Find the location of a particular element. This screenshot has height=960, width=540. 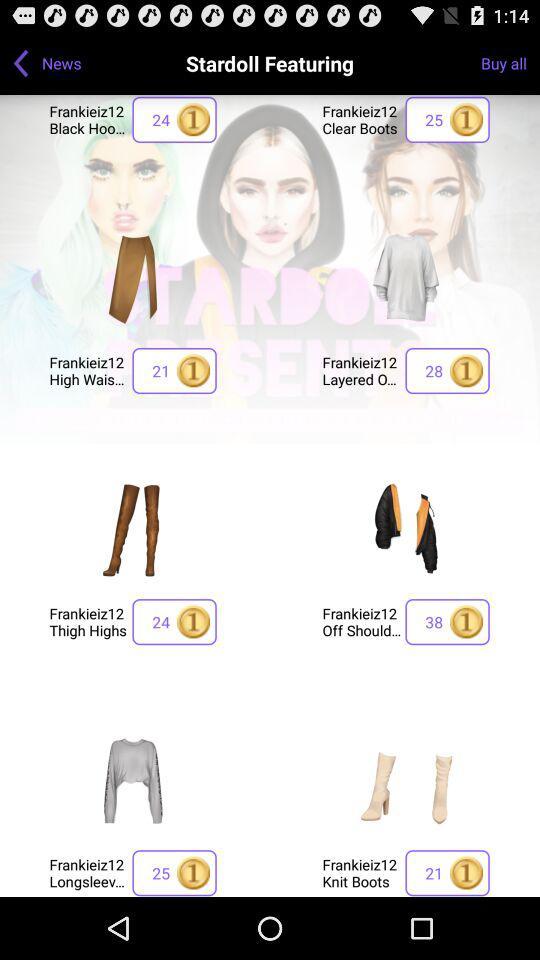

the buy all icon is located at coordinates (510, 62).